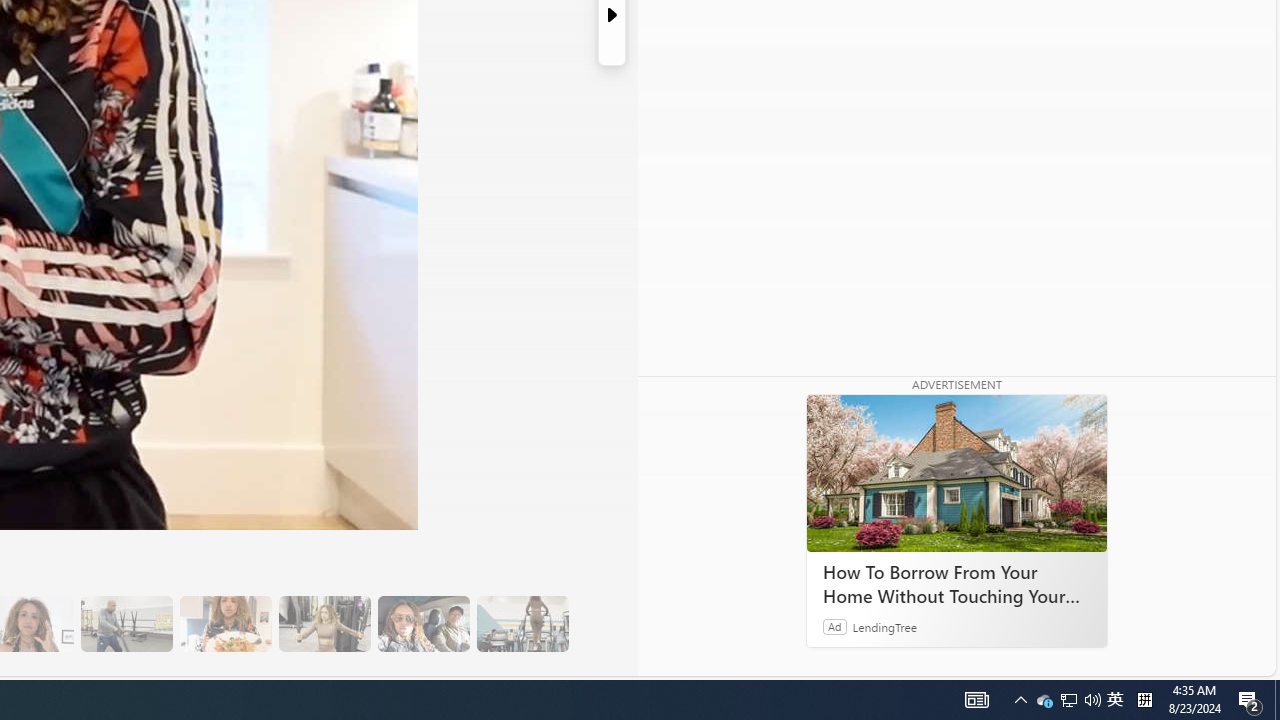  I want to click on 'LendingTree', so click(884, 625).